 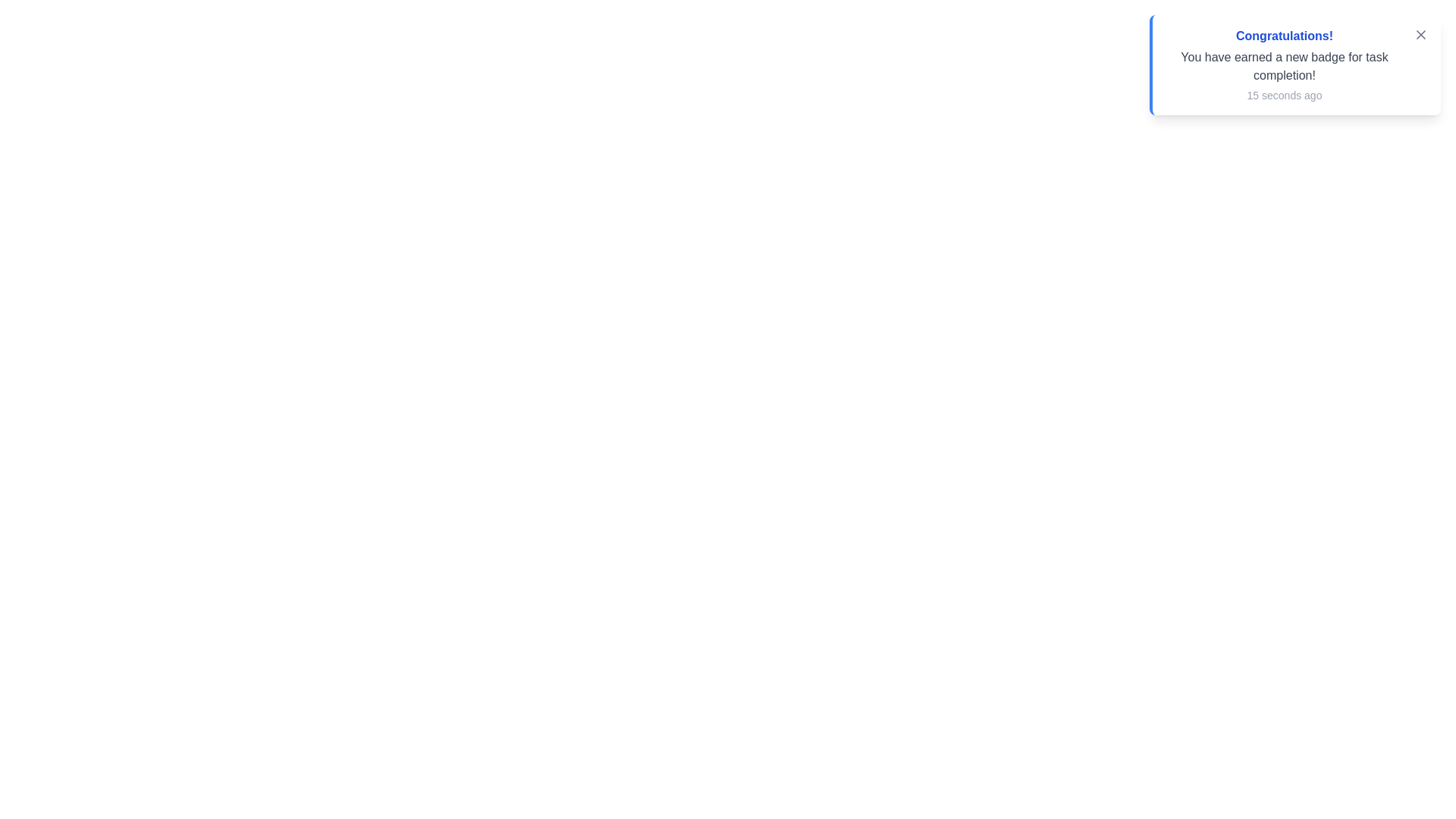 I want to click on the notification area to read the message, so click(x=1294, y=64).